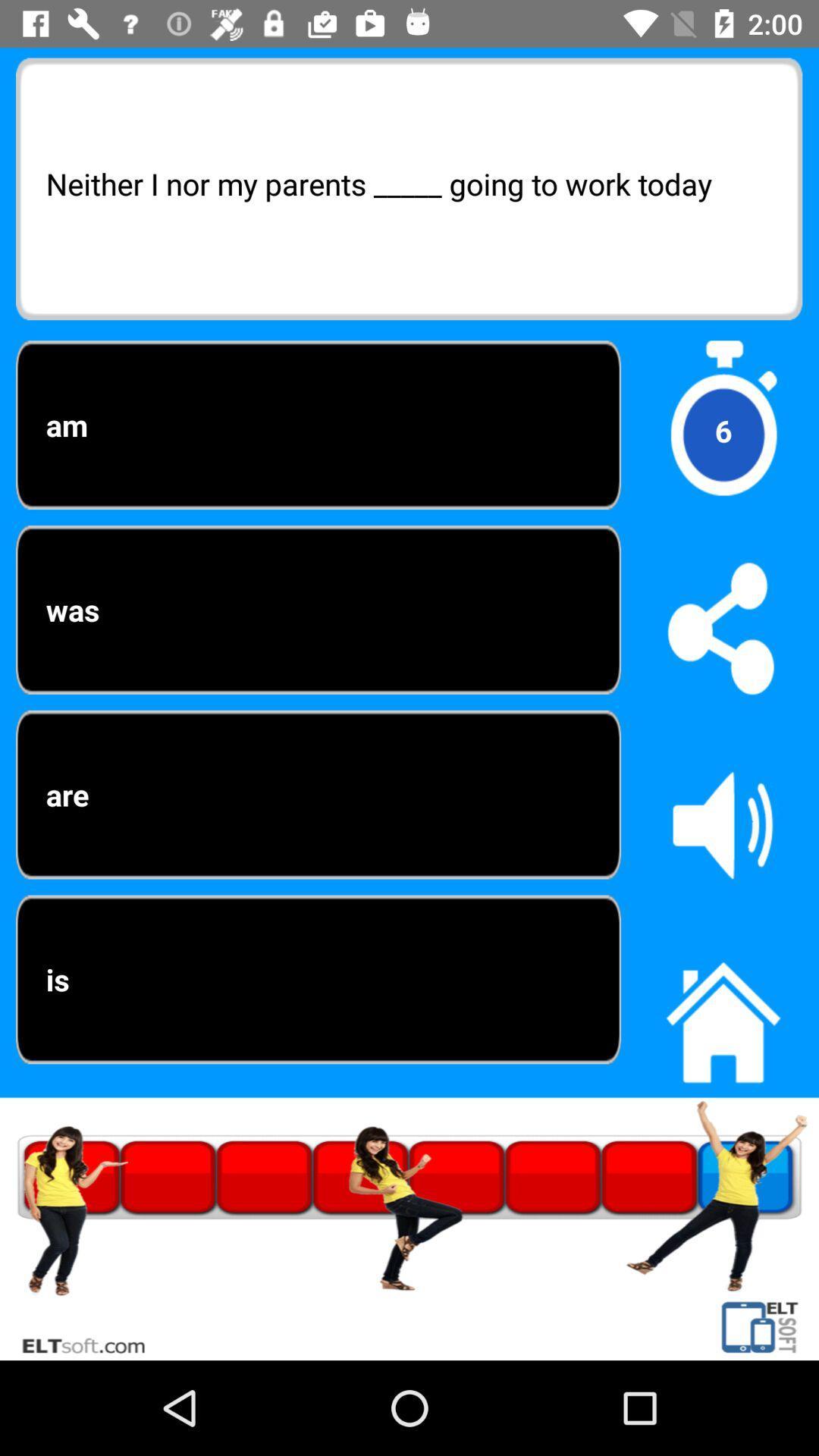  What do you see at coordinates (318, 425) in the screenshot?
I see `am` at bounding box center [318, 425].